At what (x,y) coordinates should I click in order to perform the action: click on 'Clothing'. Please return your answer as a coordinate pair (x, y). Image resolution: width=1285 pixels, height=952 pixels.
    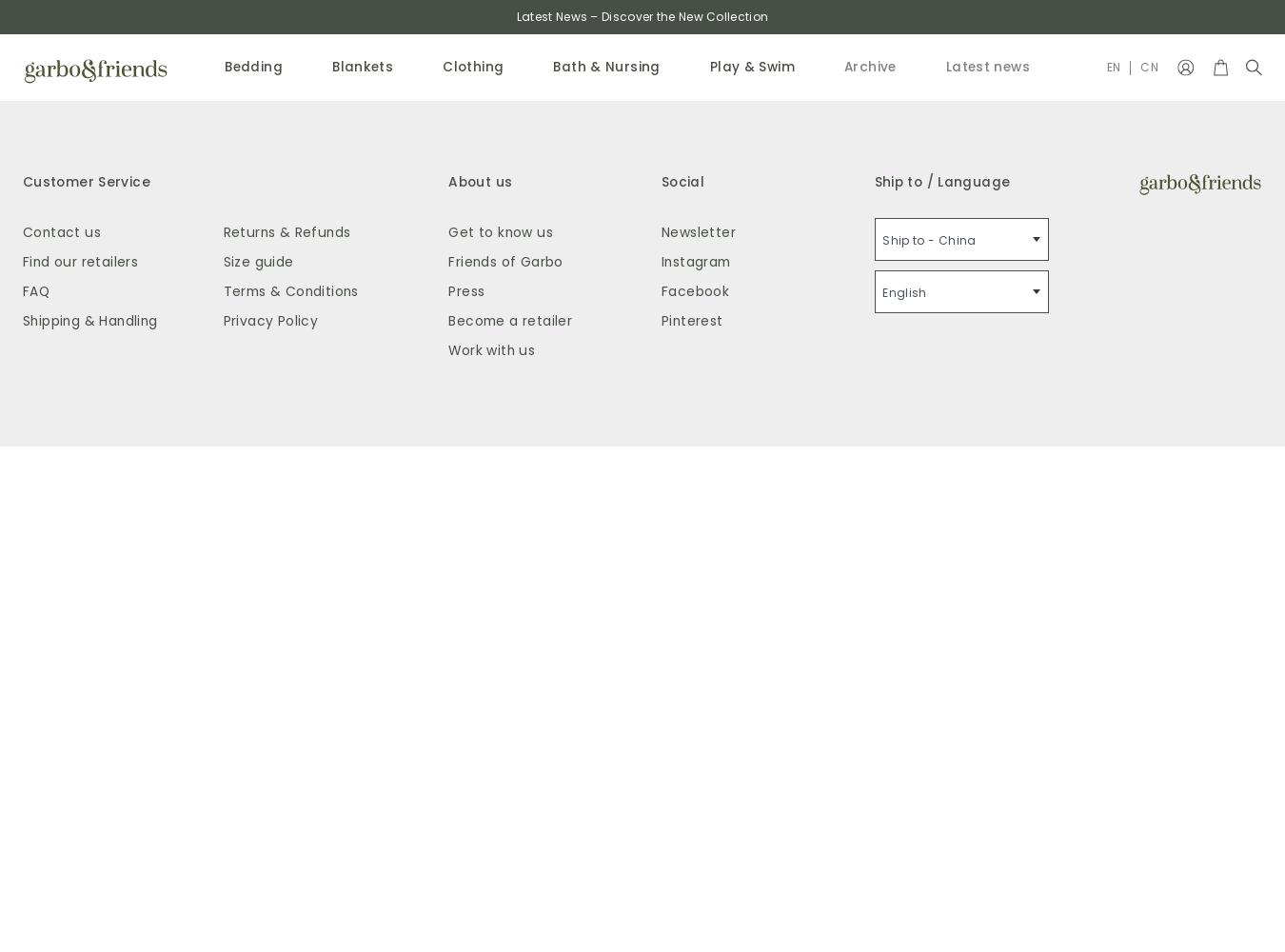
    Looking at the image, I should click on (471, 66).